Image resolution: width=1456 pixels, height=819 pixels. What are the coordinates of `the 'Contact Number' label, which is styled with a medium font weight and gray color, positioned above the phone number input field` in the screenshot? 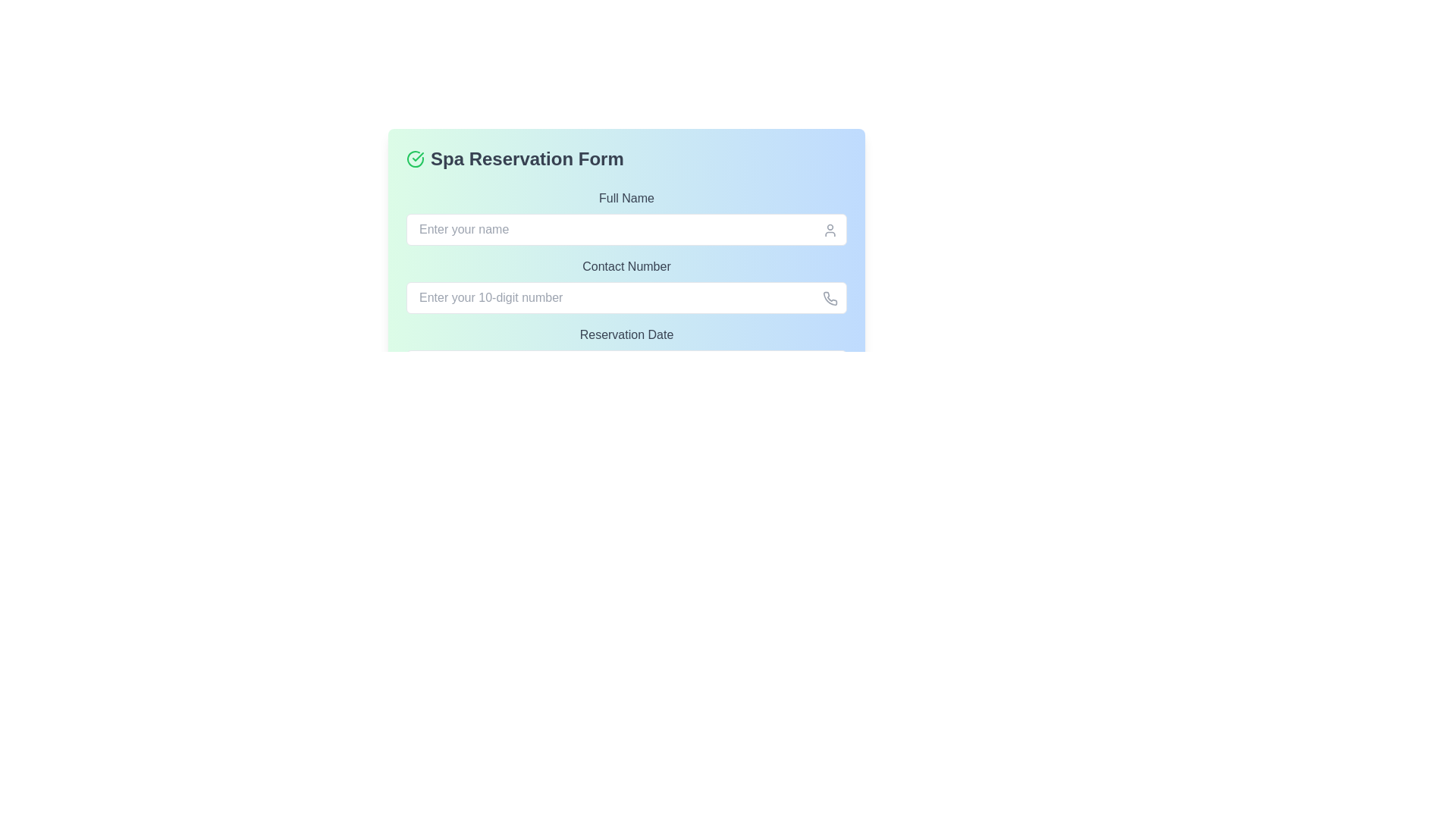 It's located at (626, 265).